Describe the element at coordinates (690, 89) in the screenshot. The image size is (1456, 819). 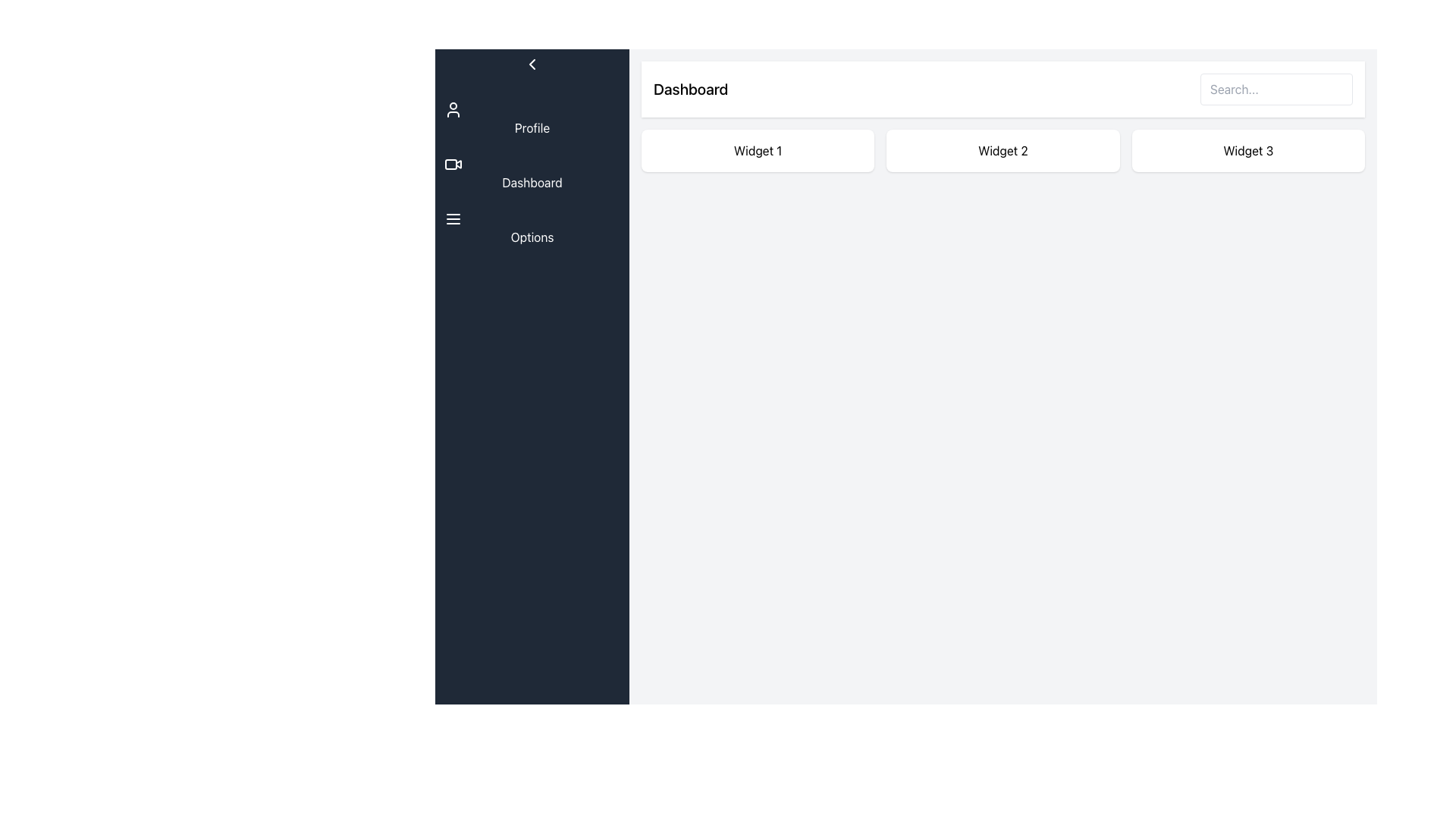
I see `the 'Dashboard' text label, which is prominently displayed in bold and enlarged font, located in the upper-left section of the central content area within the main header of the page` at that location.